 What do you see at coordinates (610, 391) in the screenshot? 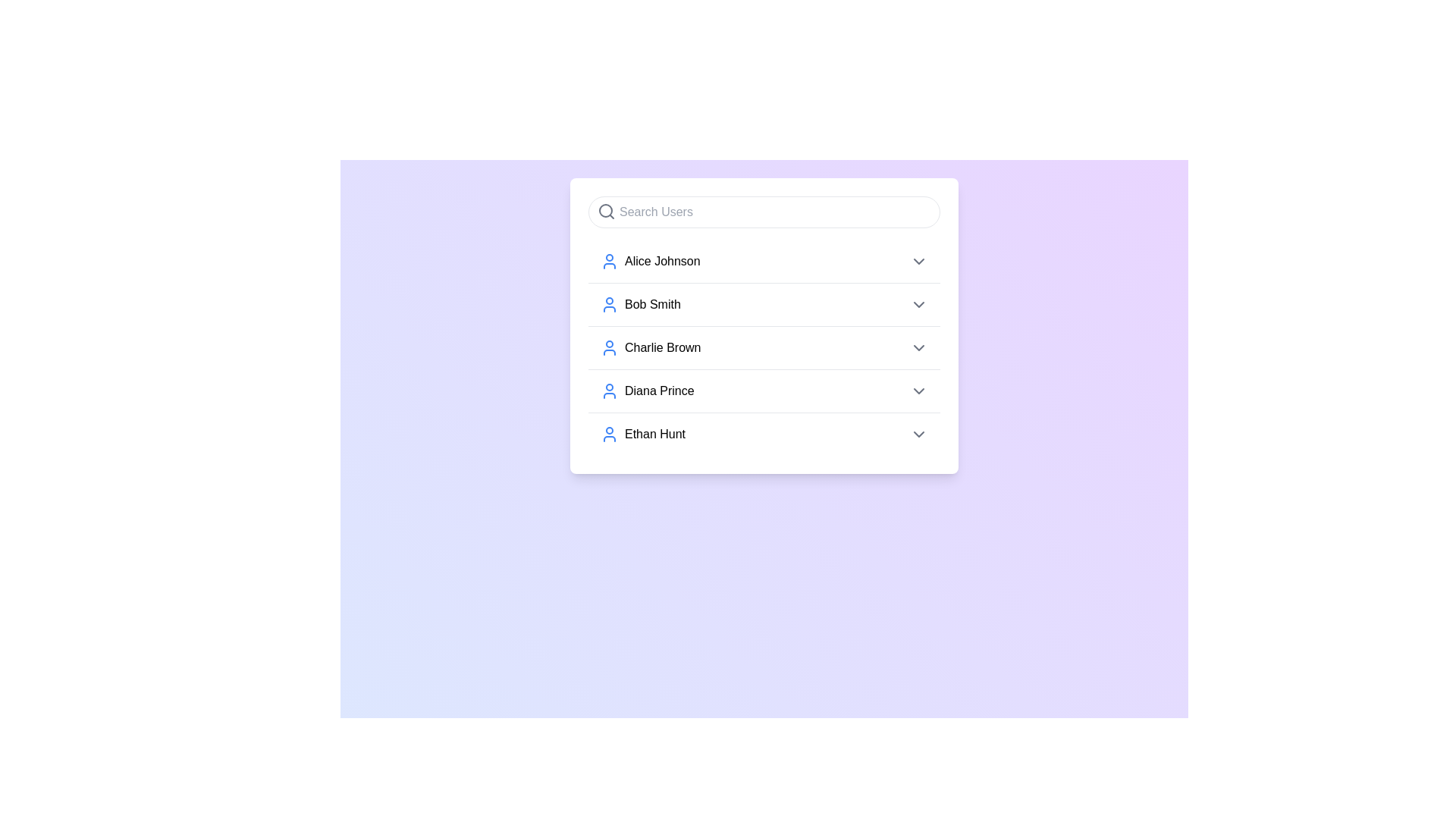
I see `the user profile silhouette icon located before the text 'Diana Prince' in the user list` at bounding box center [610, 391].